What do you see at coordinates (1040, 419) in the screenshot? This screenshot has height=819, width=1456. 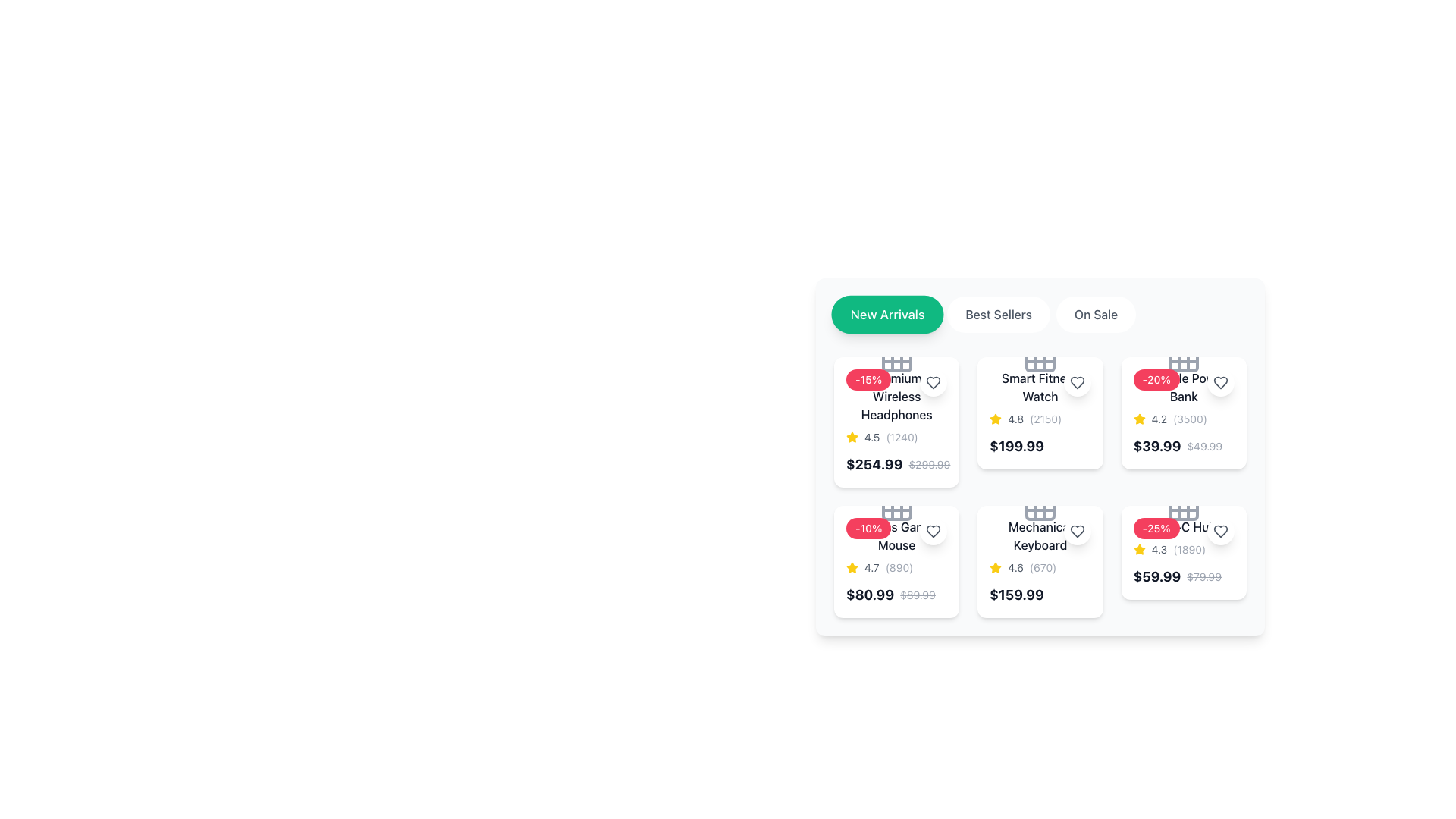 I see `the Rating Display element which consists of a yellow star icon followed by the text '4.8' and '(2150)', located within the 'Smart Fitness Watch' card, centered horizontally` at bounding box center [1040, 419].